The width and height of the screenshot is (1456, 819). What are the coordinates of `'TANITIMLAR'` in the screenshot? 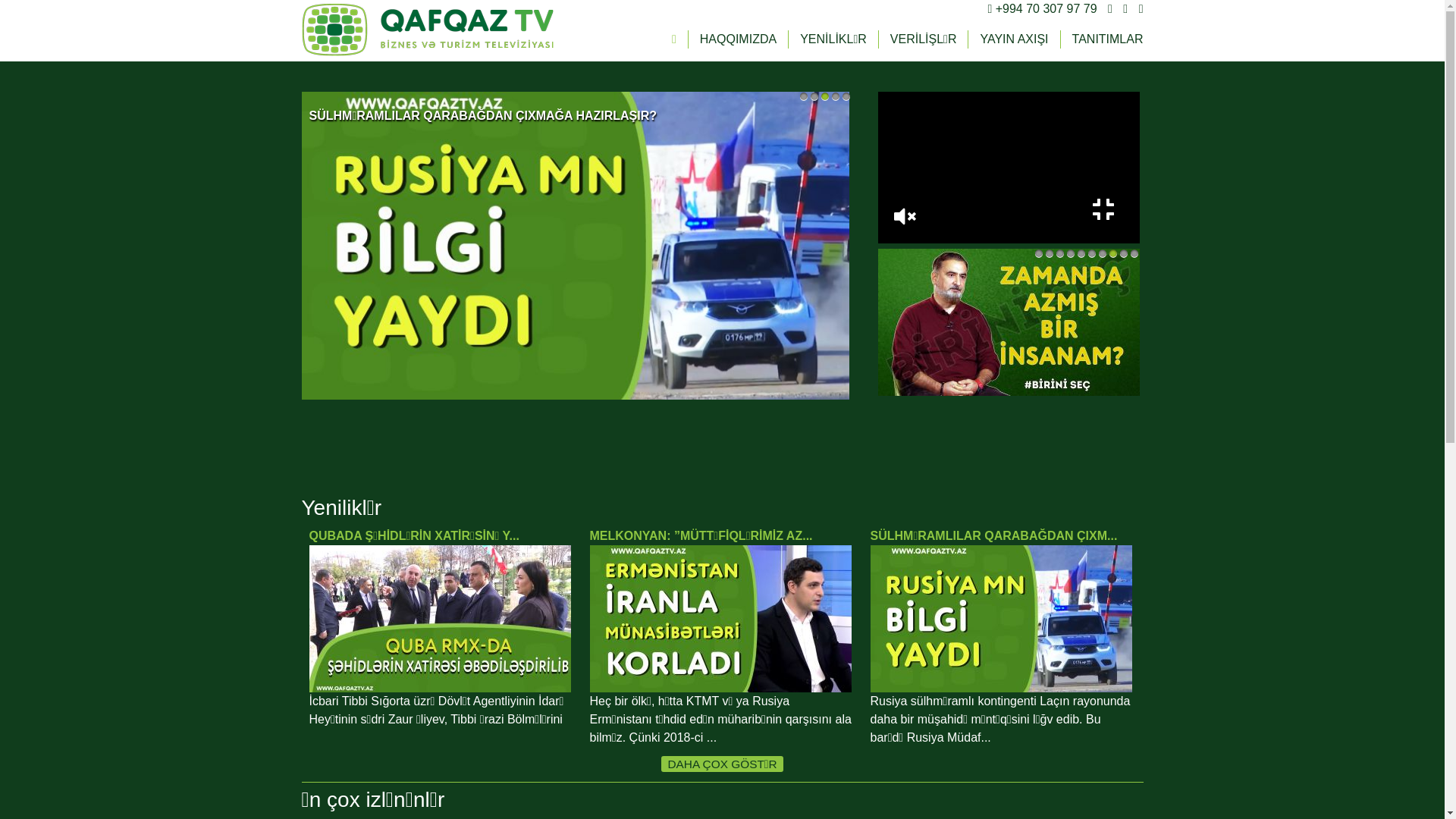 It's located at (1107, 38).